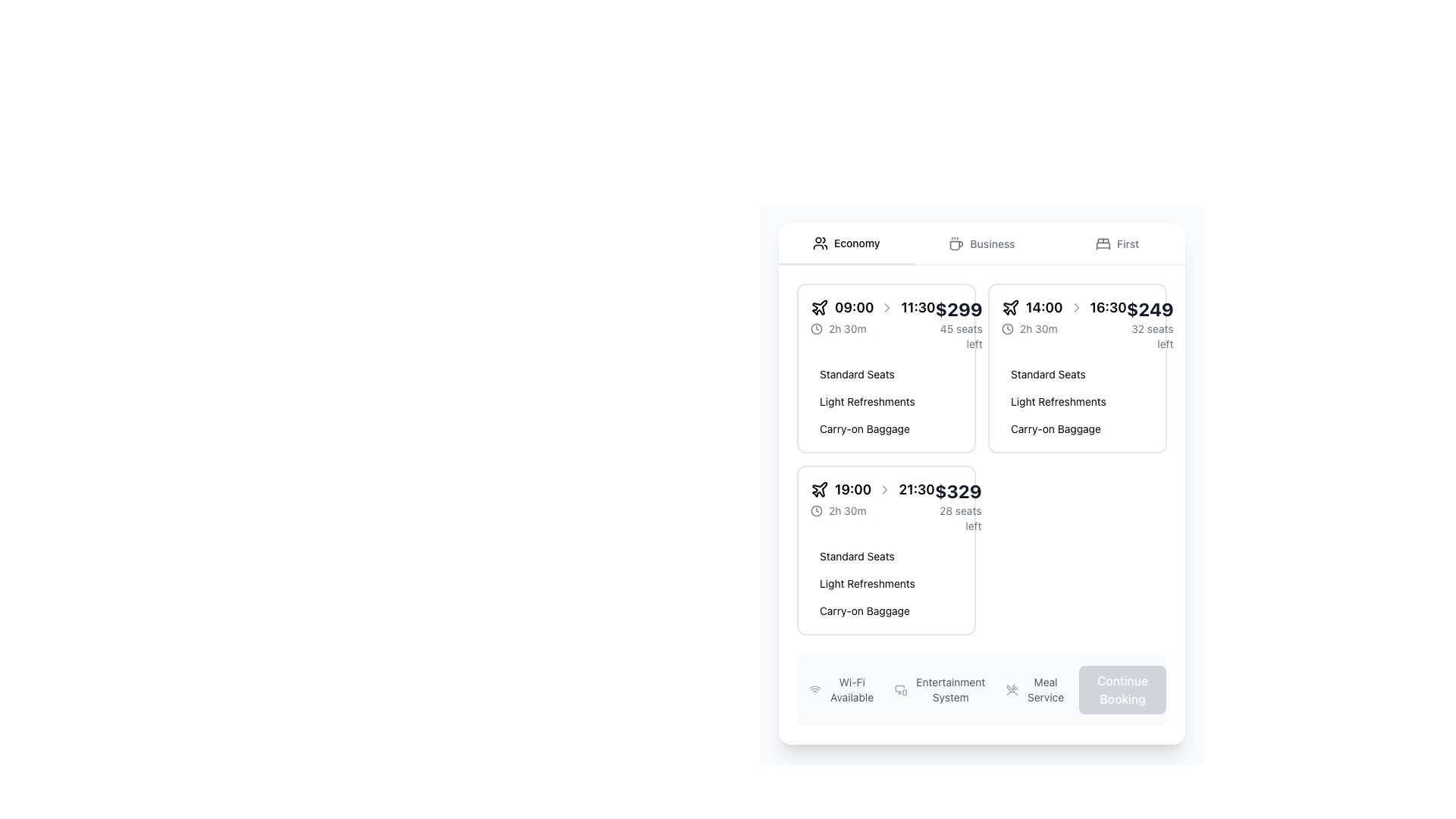  I want to click on the Wi-Fi services availability label located at the bottom of the card-like section, first in the horizontal row after the icon, so click(852, 690).